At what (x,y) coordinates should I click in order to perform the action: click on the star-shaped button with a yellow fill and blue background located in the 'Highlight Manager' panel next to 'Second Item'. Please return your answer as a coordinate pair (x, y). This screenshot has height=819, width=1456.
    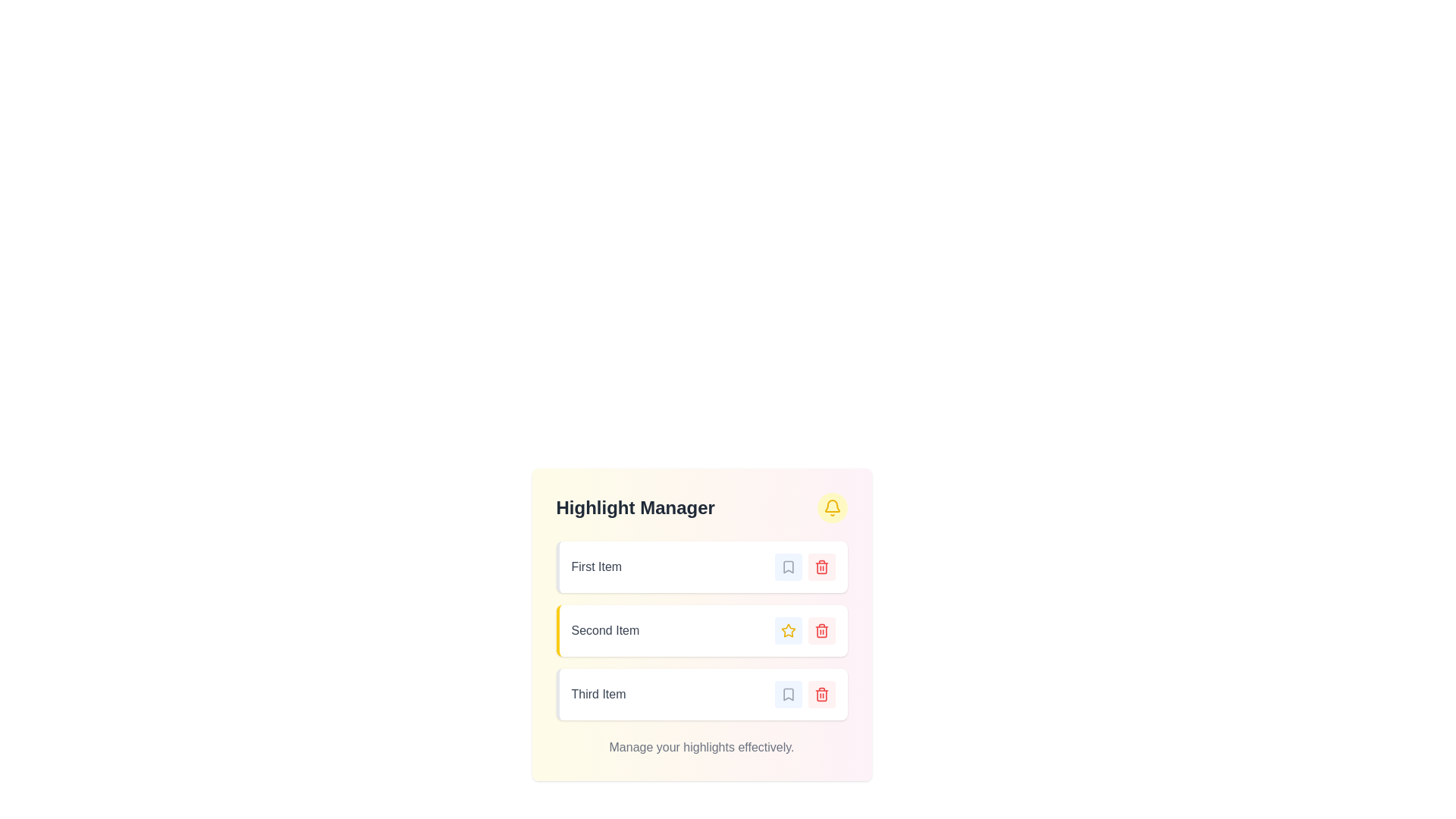
    Looking at the image, I should click on (788, 631).